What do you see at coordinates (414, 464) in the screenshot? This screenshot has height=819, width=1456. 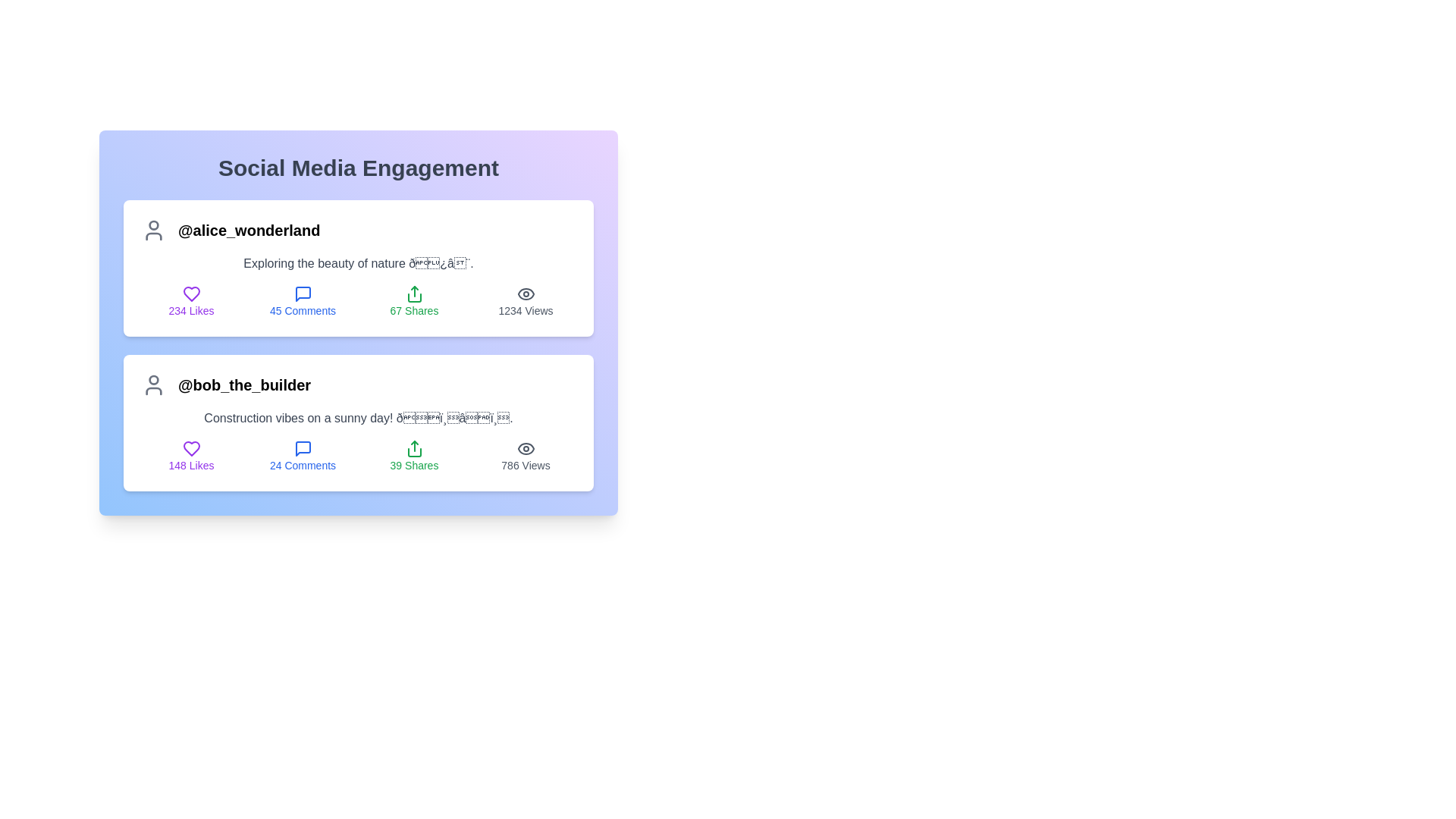 I see `the text label '39 Shares' located in the lower right segment of the second post, which is styled with a green color scheme and is positioned near '24 Comments' and 'Views'` at bounding box center [414, 464].